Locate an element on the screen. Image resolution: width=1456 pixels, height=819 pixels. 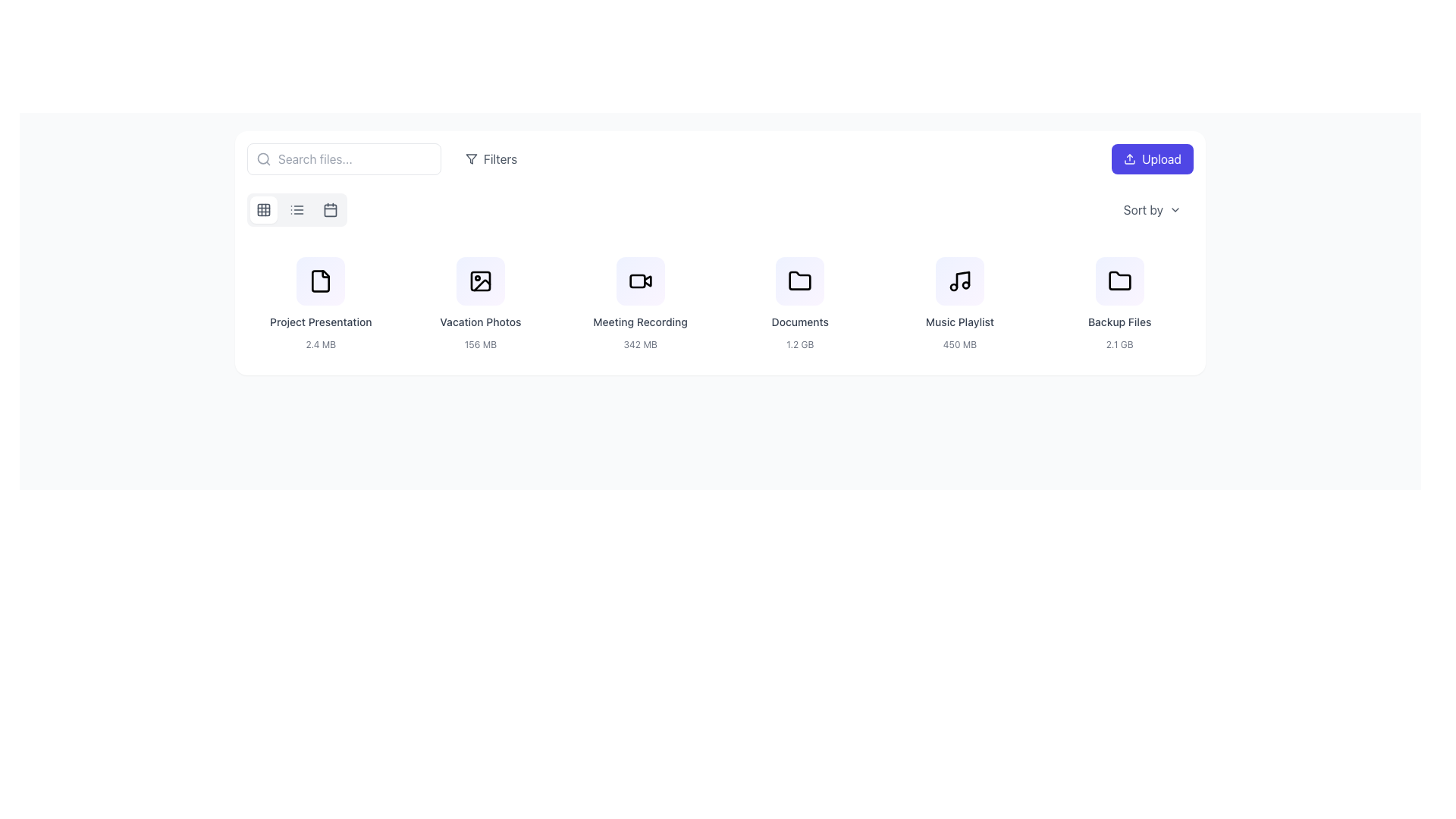
the fourth calendar icon button, which is a minimalistic square with rounded corners and a dark gray calendar glyph is located at coordinates (330, 210).